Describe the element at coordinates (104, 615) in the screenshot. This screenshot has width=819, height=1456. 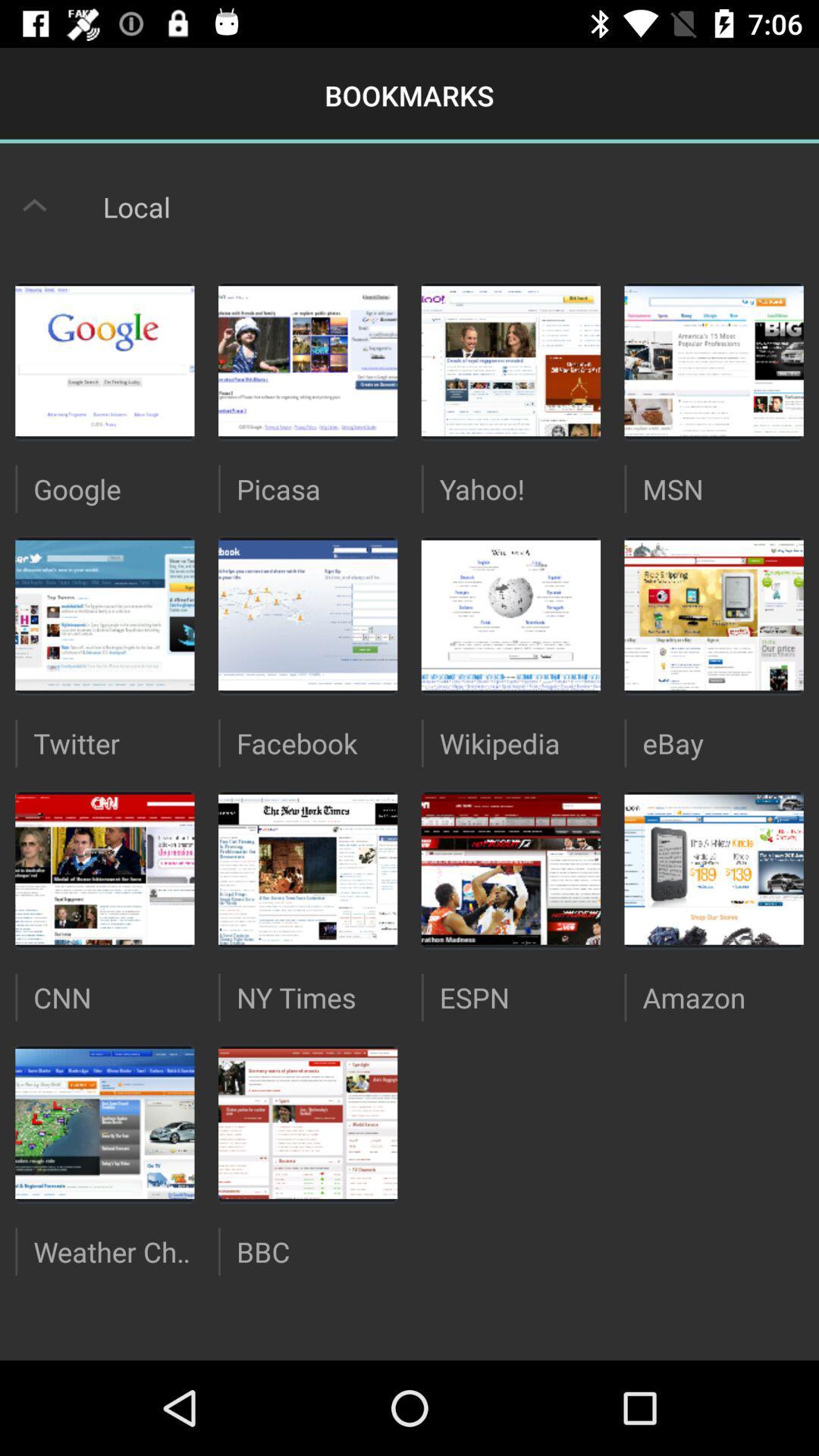
I see `the image above twitter` at that location.